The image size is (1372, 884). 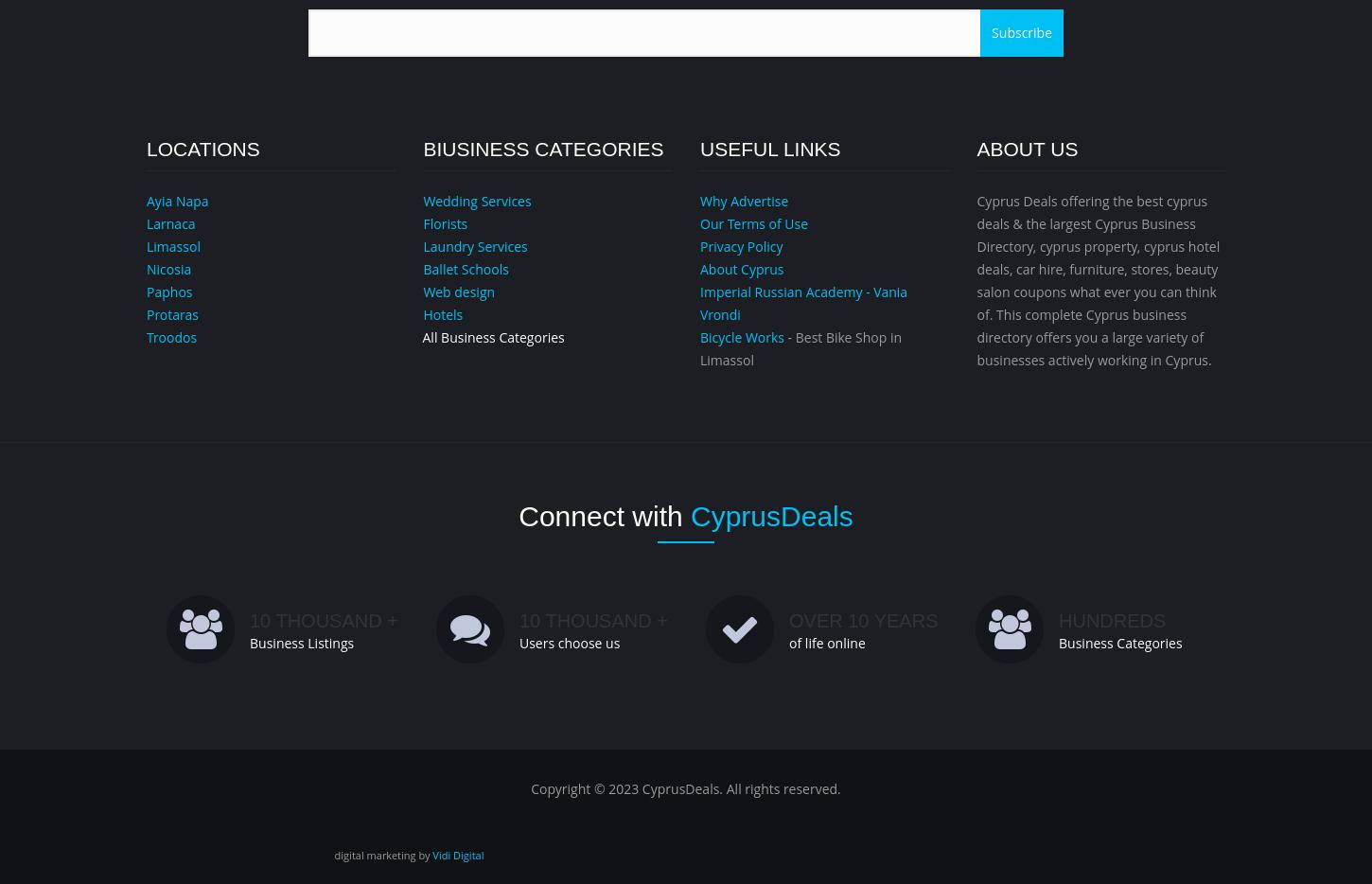 I want to click on 'Ballet Schools', so click(x=465, y=268).